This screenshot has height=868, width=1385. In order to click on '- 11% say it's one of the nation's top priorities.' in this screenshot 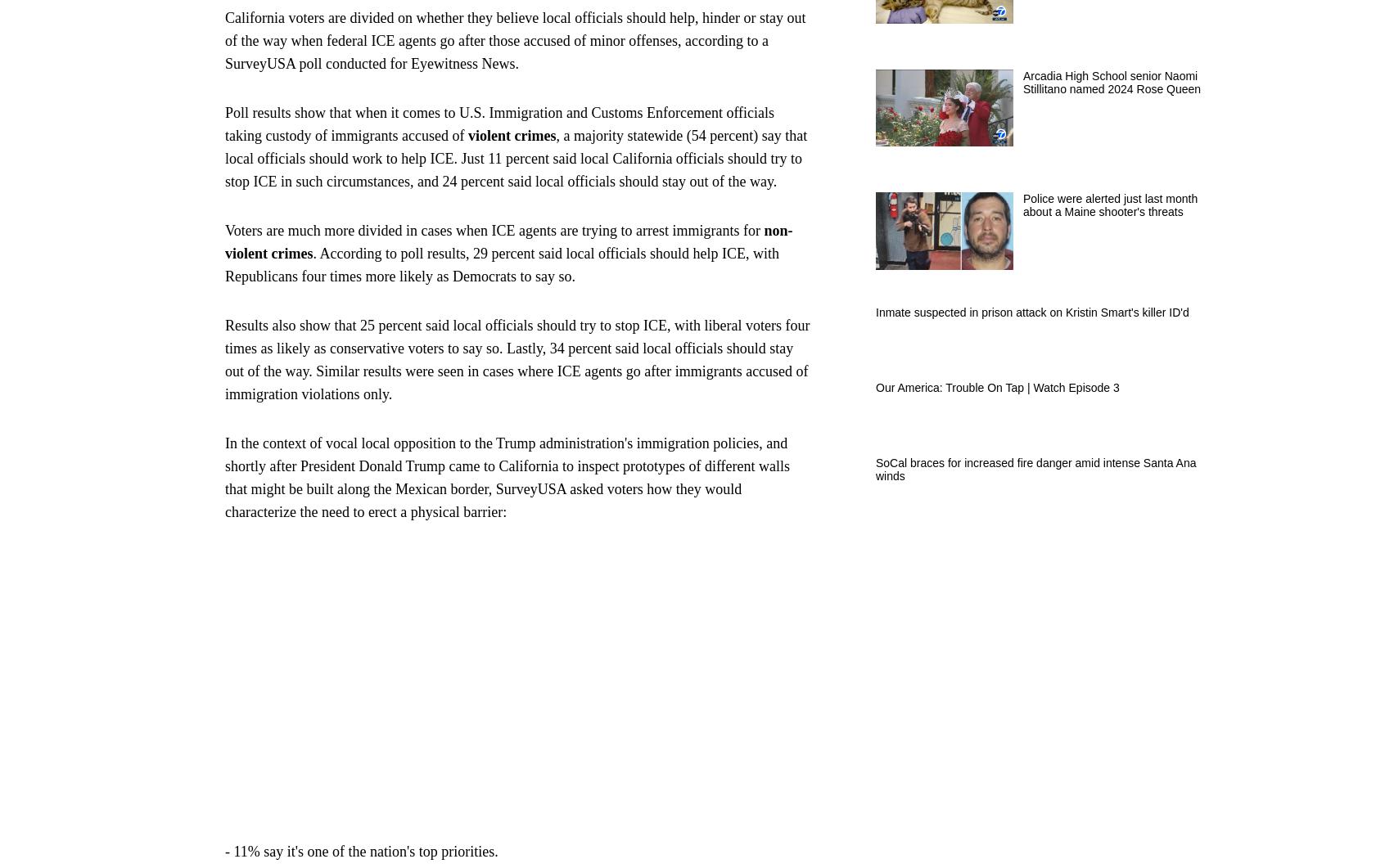, I will do `click(360, 849)`.